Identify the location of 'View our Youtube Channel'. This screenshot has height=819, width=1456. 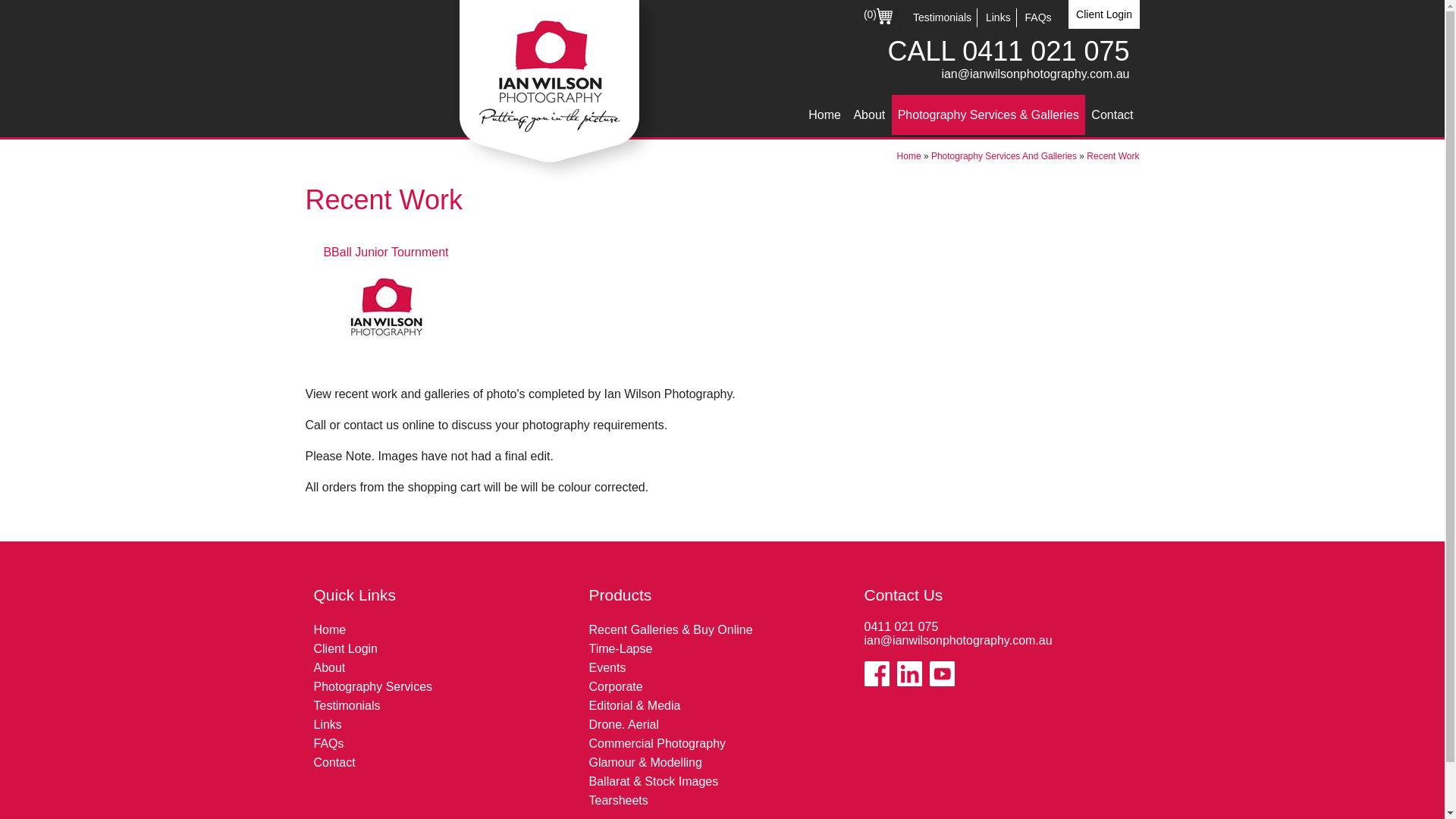
(941, 673).